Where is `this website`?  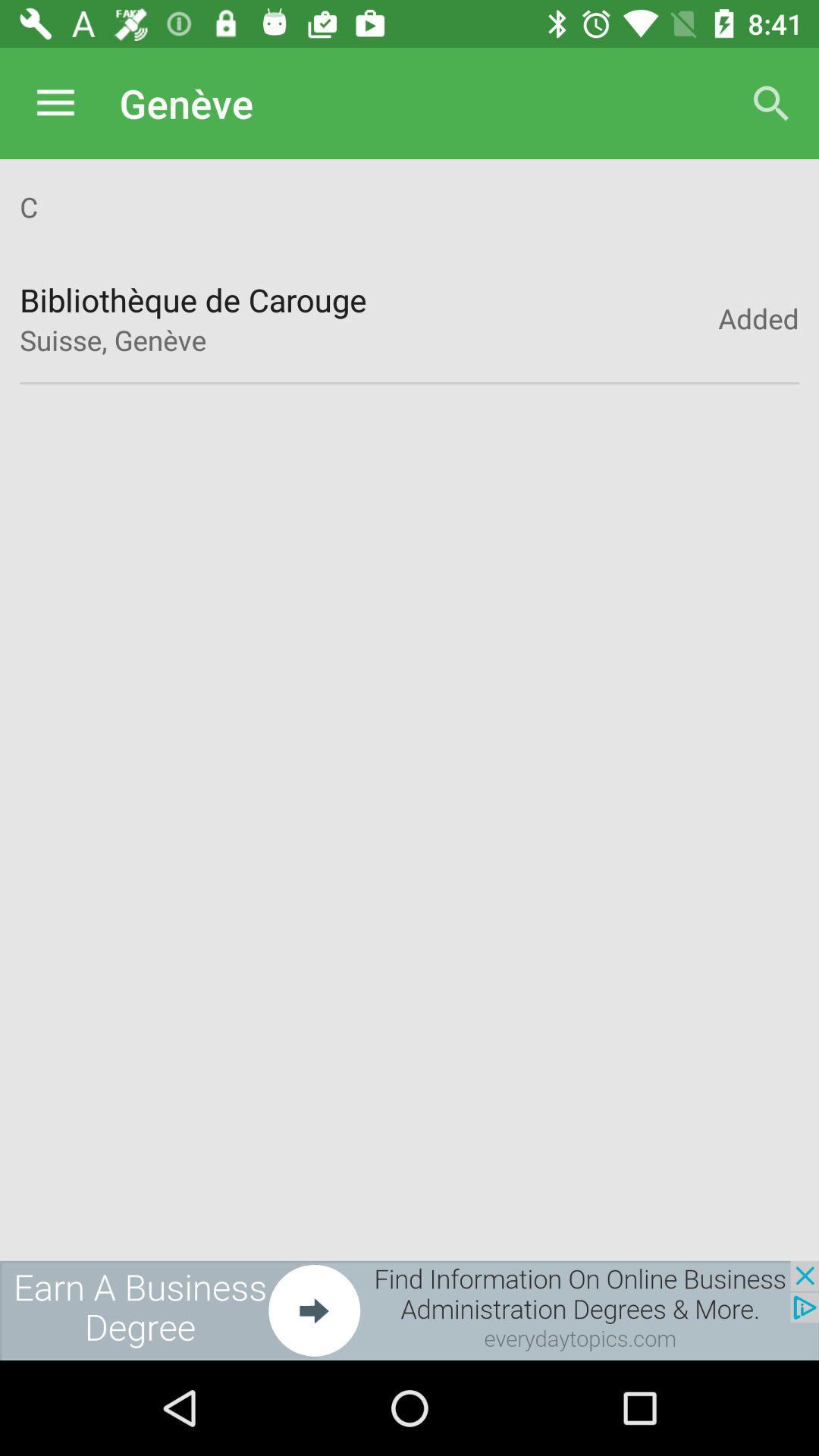
this website is located at coordinates (409, 1310).